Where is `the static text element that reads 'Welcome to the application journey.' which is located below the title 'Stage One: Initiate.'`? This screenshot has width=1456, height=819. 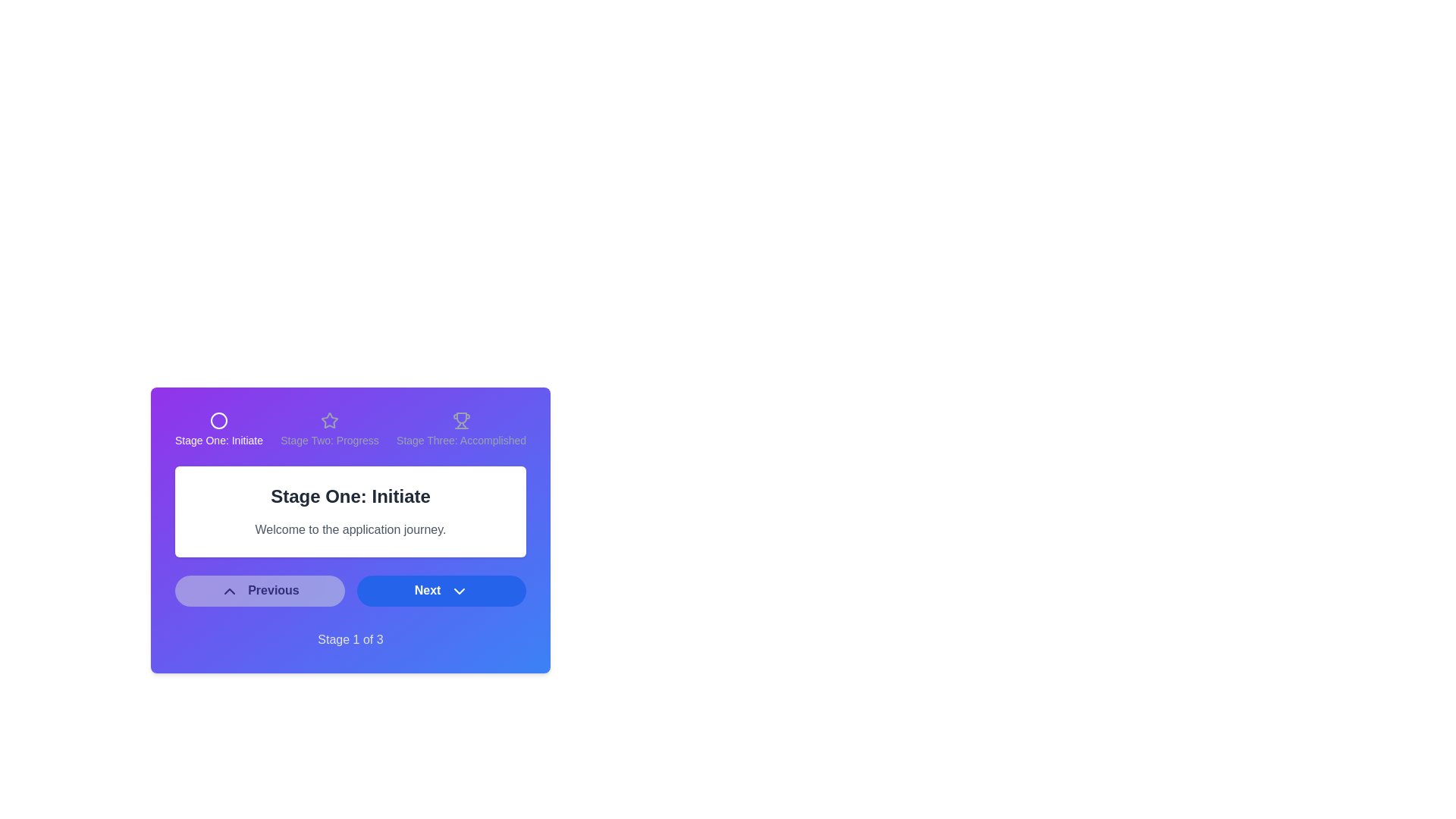
the static text element that reads 'Welcome to the application journey.' which is located below the title 'Stage One: Initiate.' is located at coordinates (350, 529).